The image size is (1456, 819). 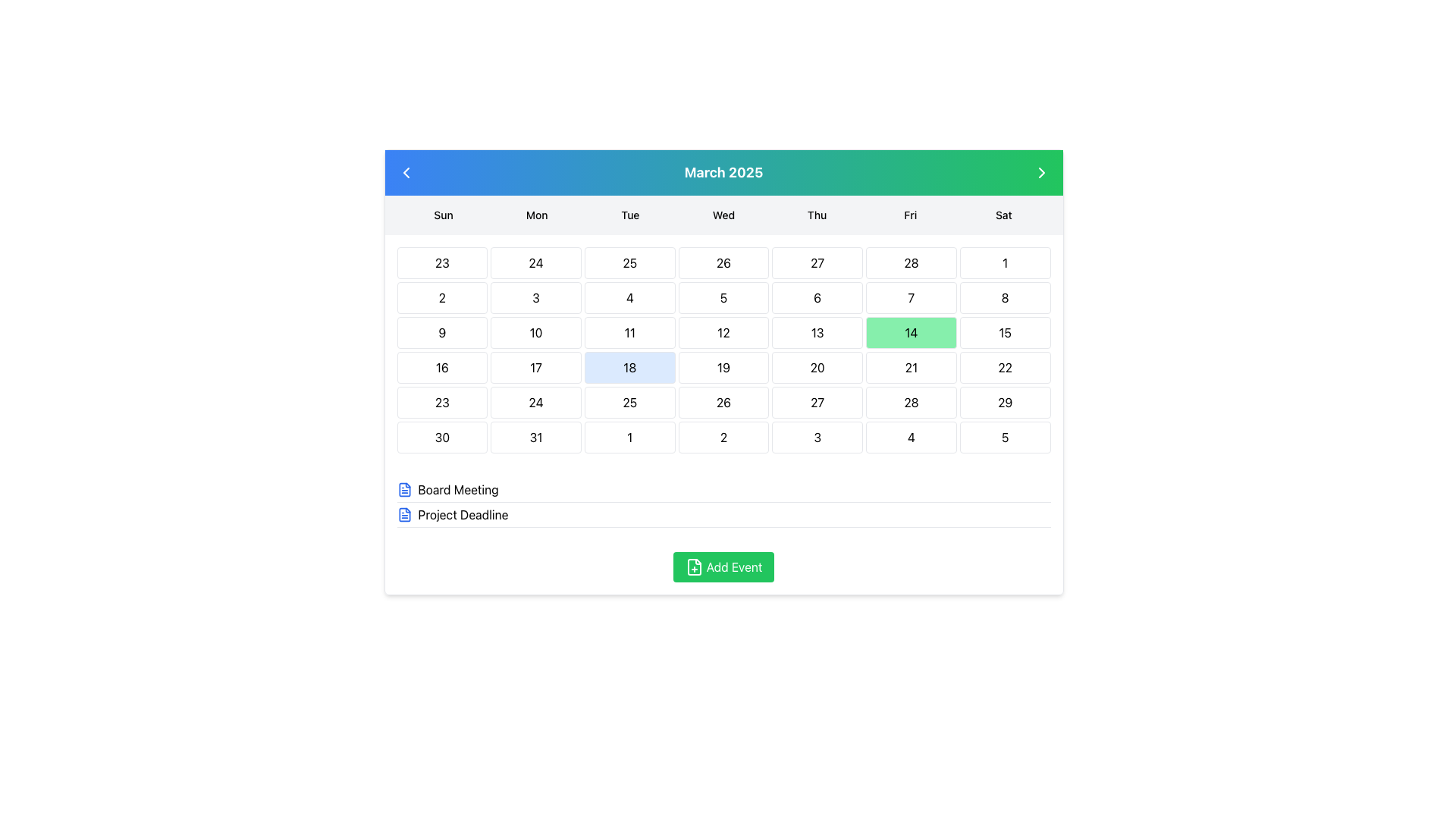 What do you see at coordinates (723, 298) in the screenshot?
I see `the button displaying the number '5' in the calendar grid` at bounding box center [723, 298].